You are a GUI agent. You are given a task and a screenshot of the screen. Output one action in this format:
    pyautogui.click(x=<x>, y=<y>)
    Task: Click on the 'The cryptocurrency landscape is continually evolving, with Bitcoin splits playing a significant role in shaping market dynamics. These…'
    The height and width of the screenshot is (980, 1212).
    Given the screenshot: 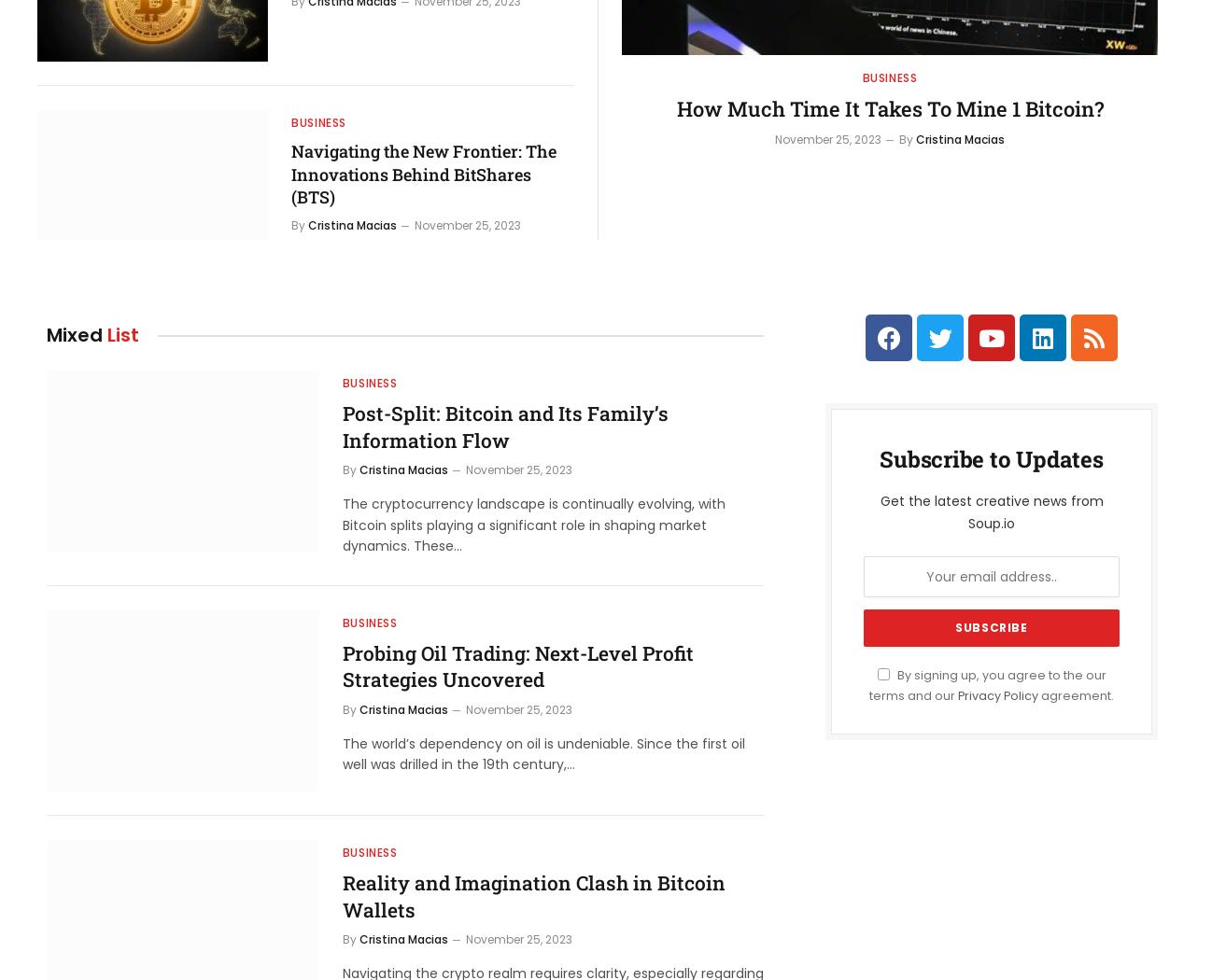 What is the action you would take?
    pyautogui.click(x=531, y=525)
    